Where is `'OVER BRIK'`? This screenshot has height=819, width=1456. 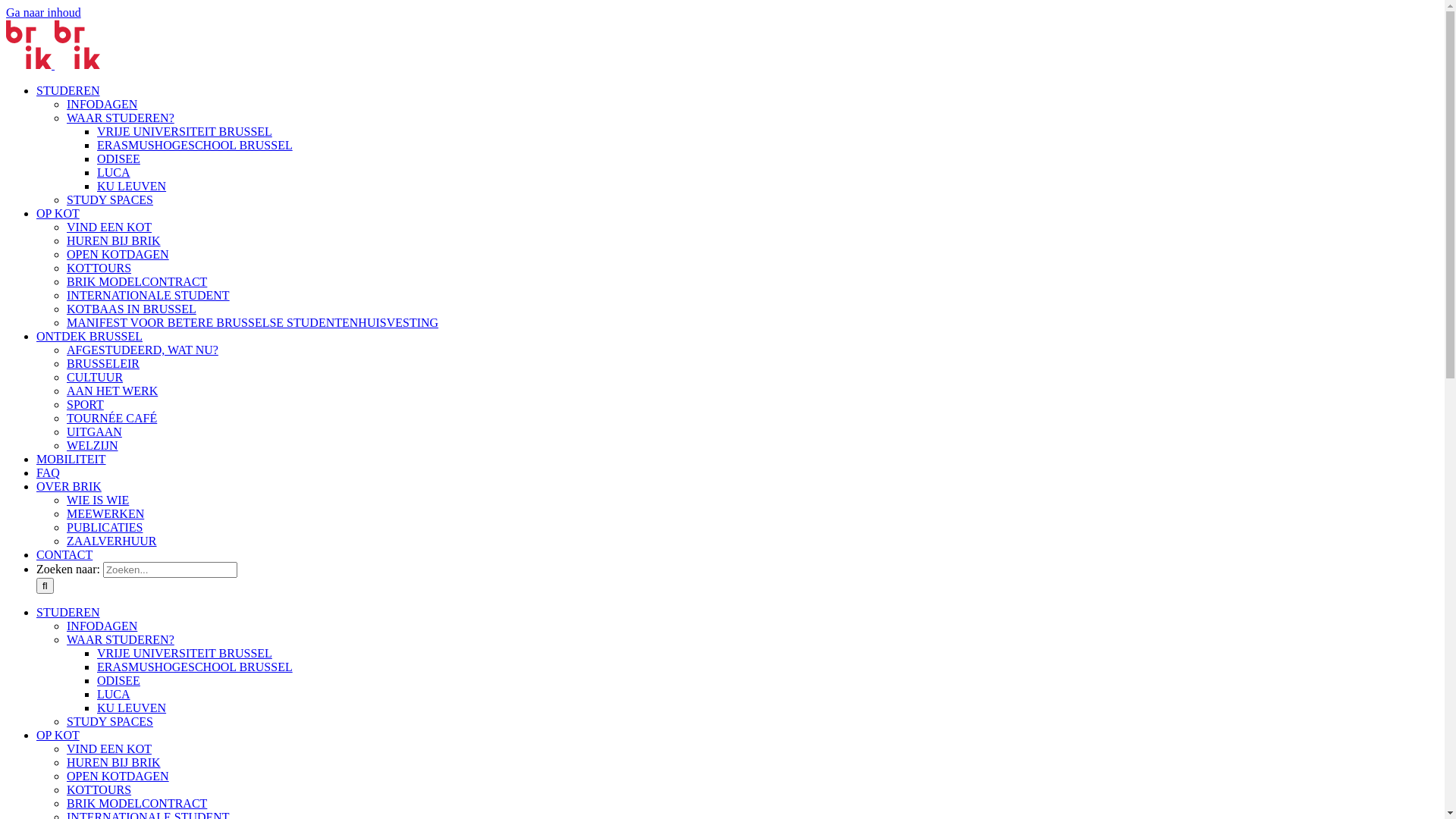
'OVER BRIK' is located at coordinates (68, 486).